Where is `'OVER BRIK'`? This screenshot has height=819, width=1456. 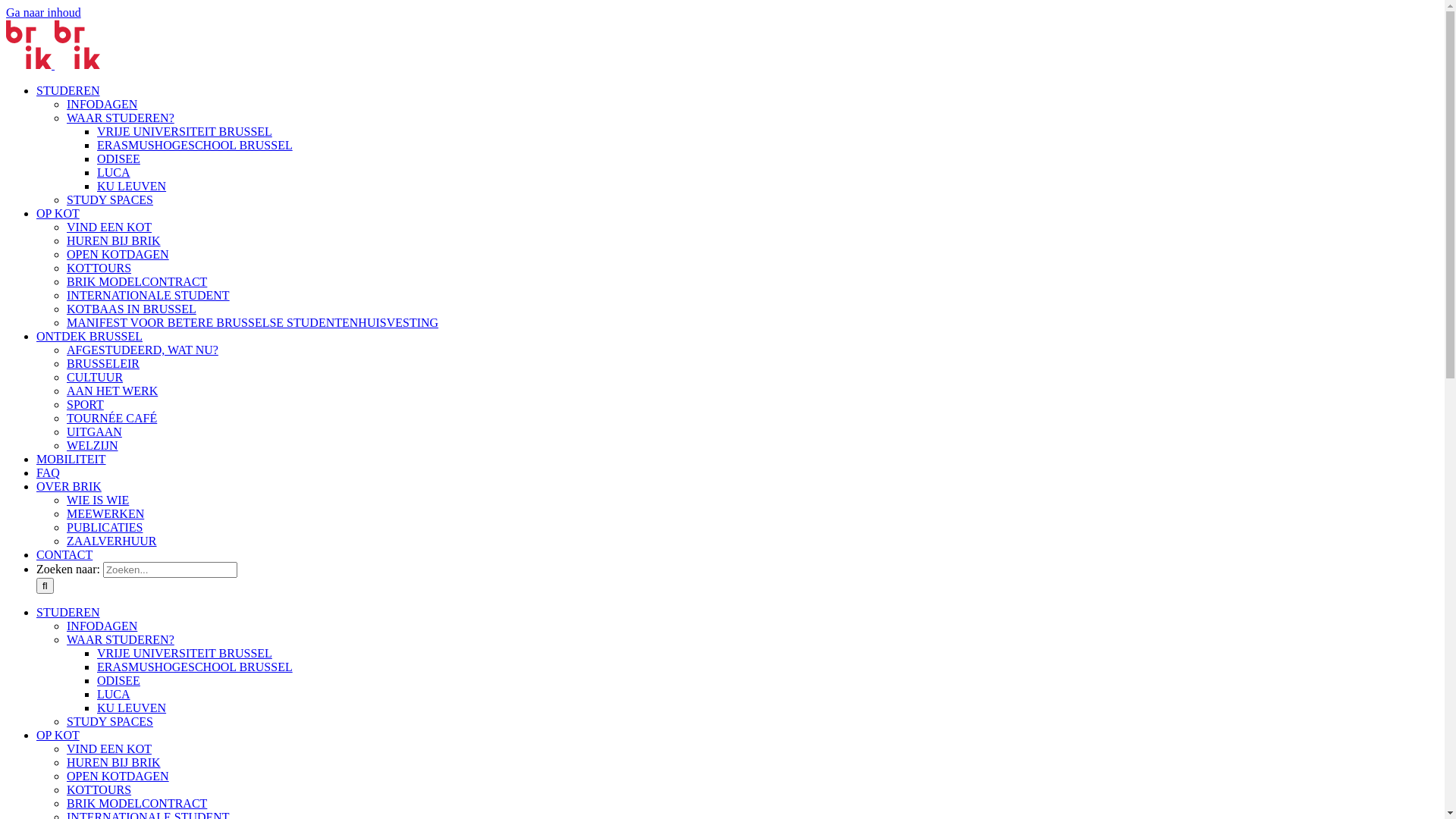
'OVER BRIK' is located at coordinates (68, 486).